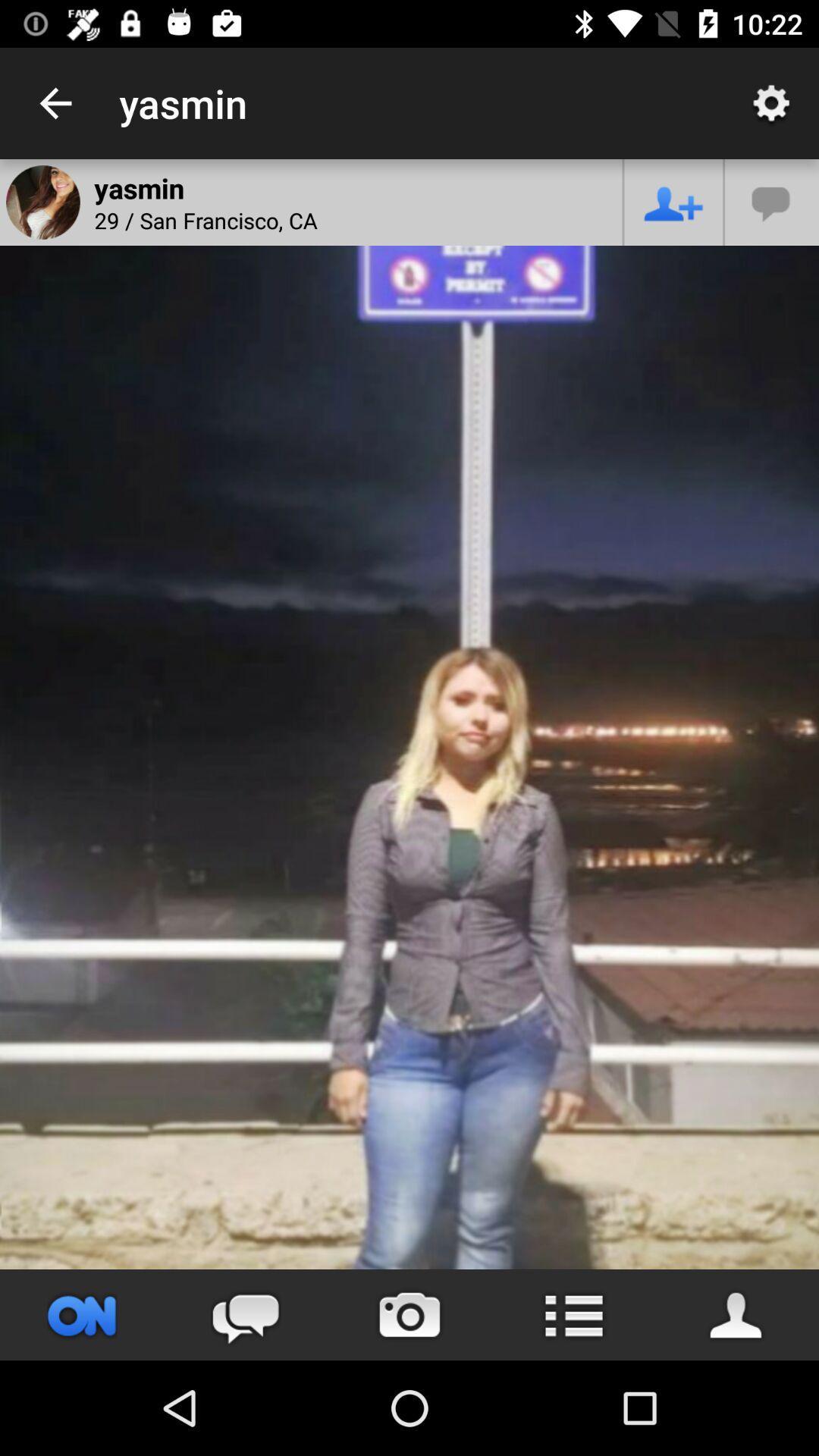 The image size is (819, 1456). I want to click on take photo, so click(409, 1314).